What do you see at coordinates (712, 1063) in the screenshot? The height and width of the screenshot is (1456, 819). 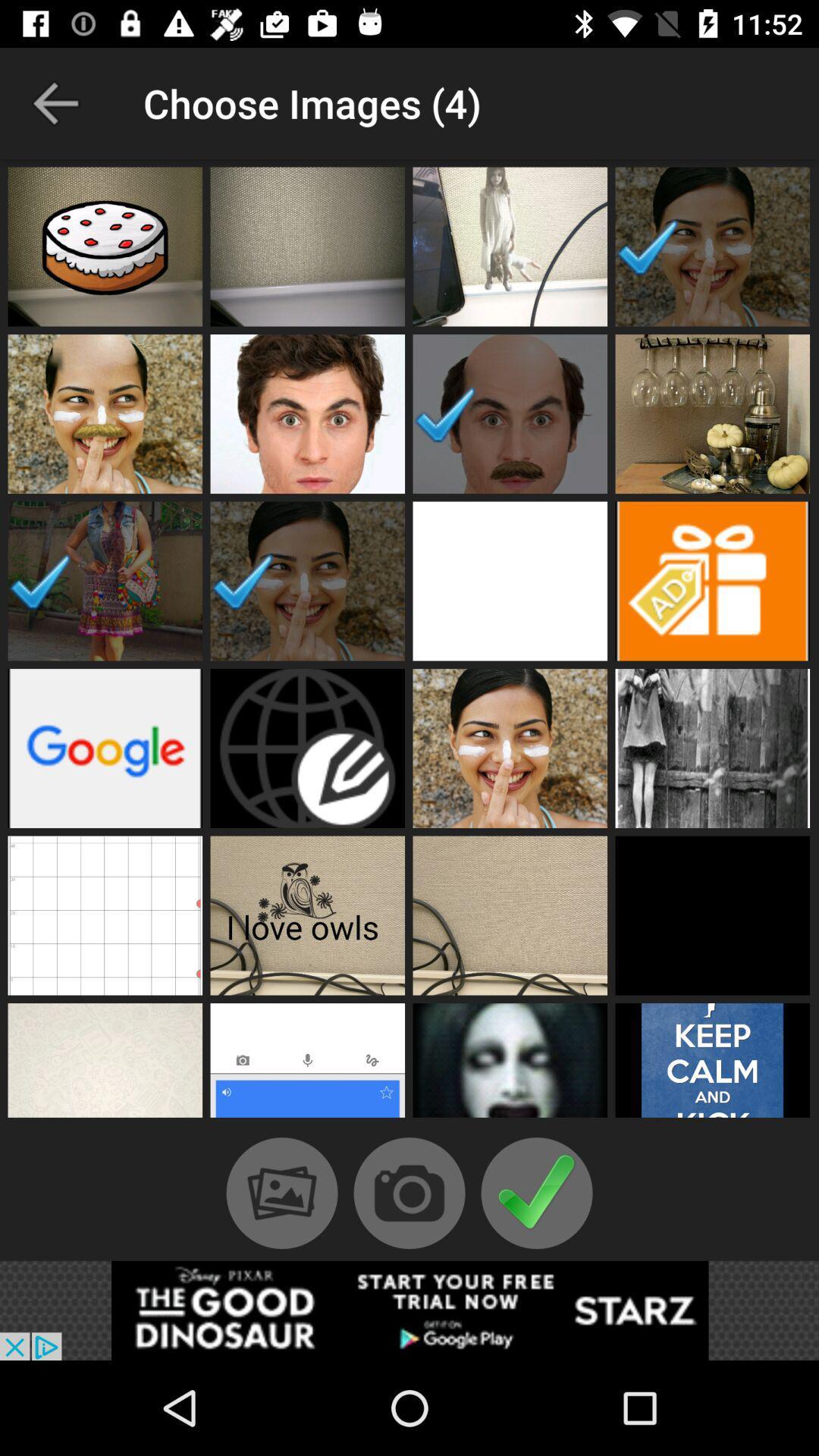 I see `choose image` at bounding box center [712, 1063].